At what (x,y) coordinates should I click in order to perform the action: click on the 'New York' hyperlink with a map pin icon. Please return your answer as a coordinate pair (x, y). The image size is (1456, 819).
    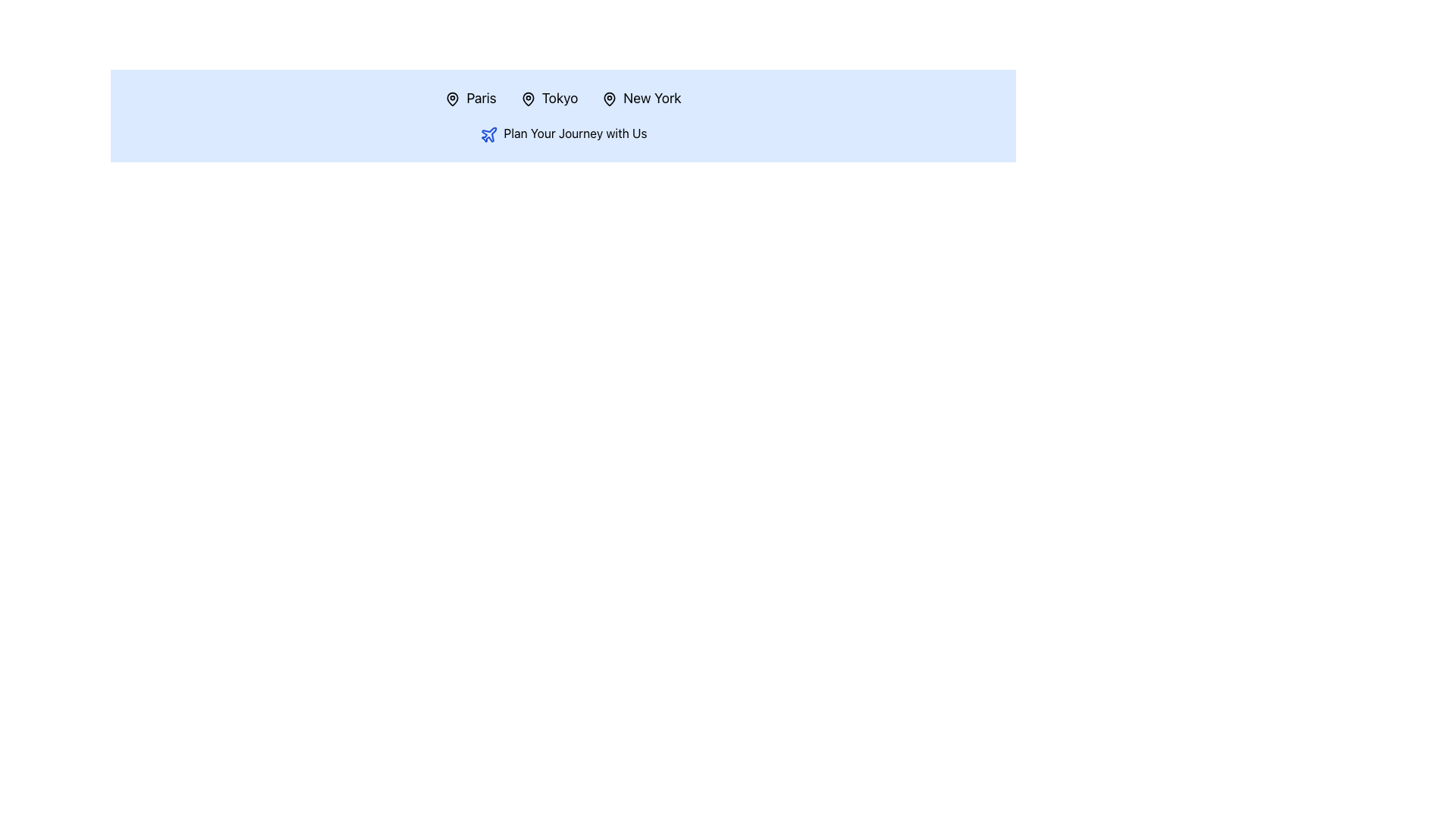
    Looking at the image, I should click on (642, 98).